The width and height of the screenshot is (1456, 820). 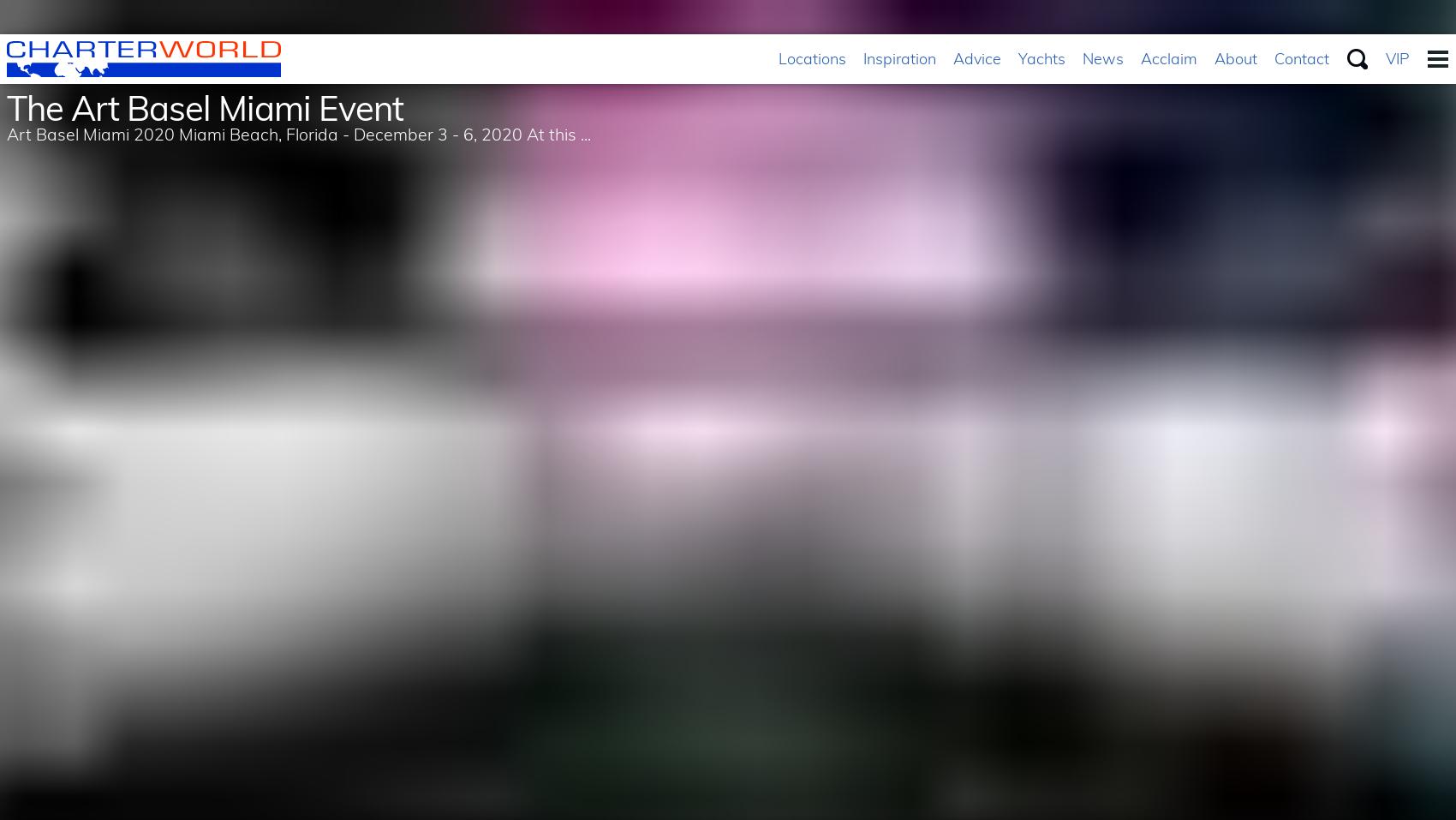 I want to click on 'About', so click(x=1234, y=57).